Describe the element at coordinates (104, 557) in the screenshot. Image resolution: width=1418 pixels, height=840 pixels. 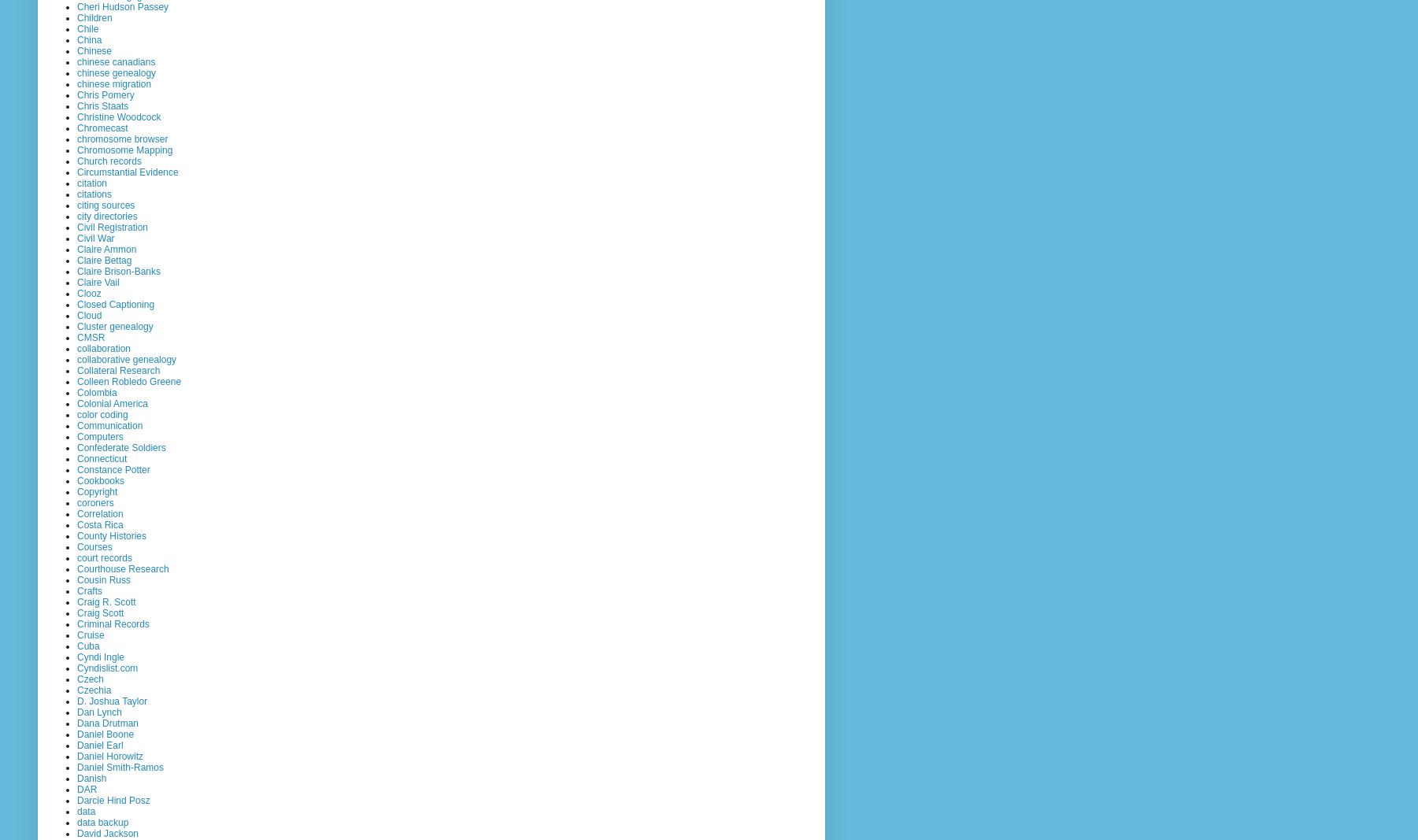
I see `'court records'` at that location.